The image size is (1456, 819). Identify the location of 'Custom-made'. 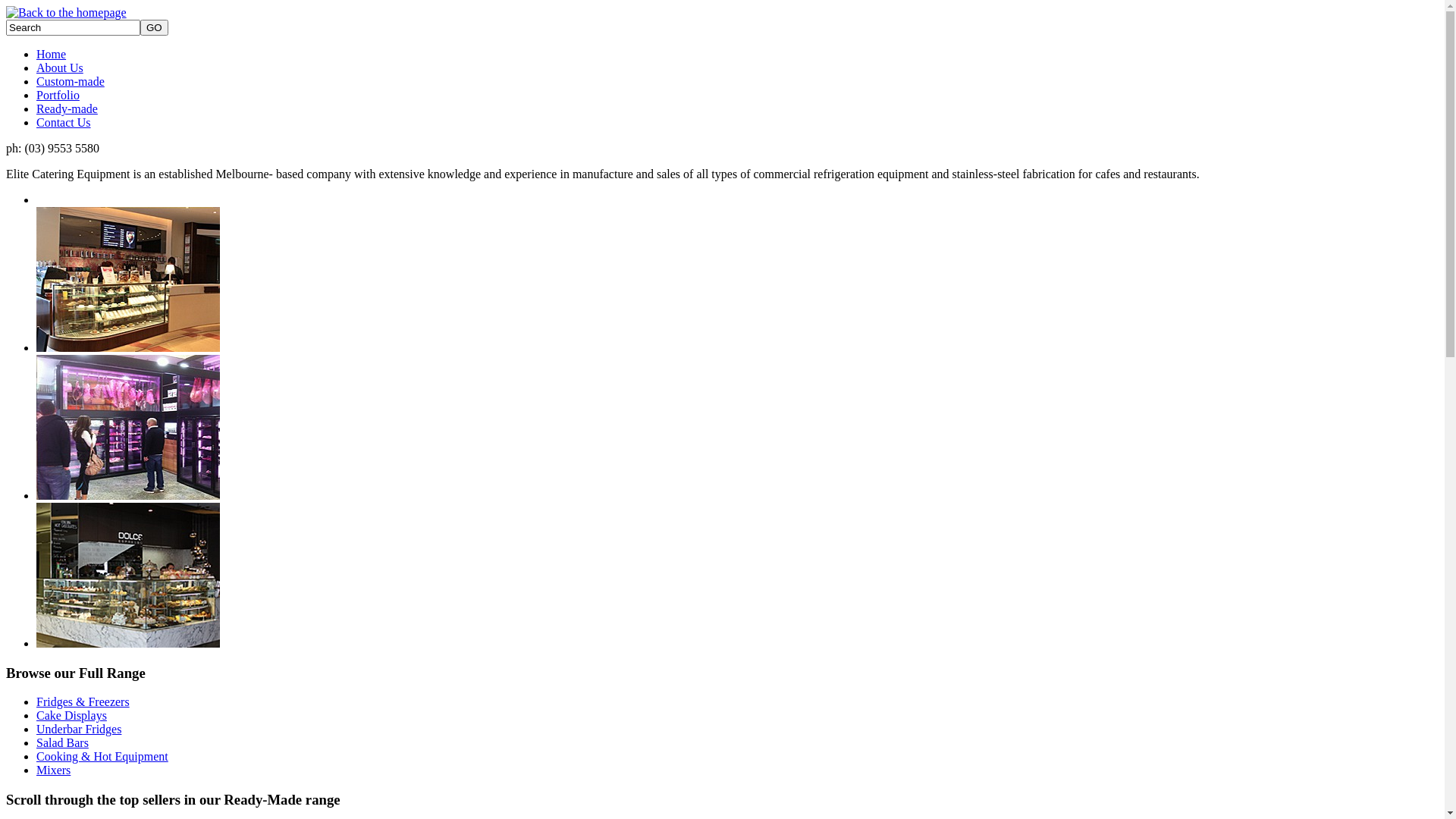
(69, 81).